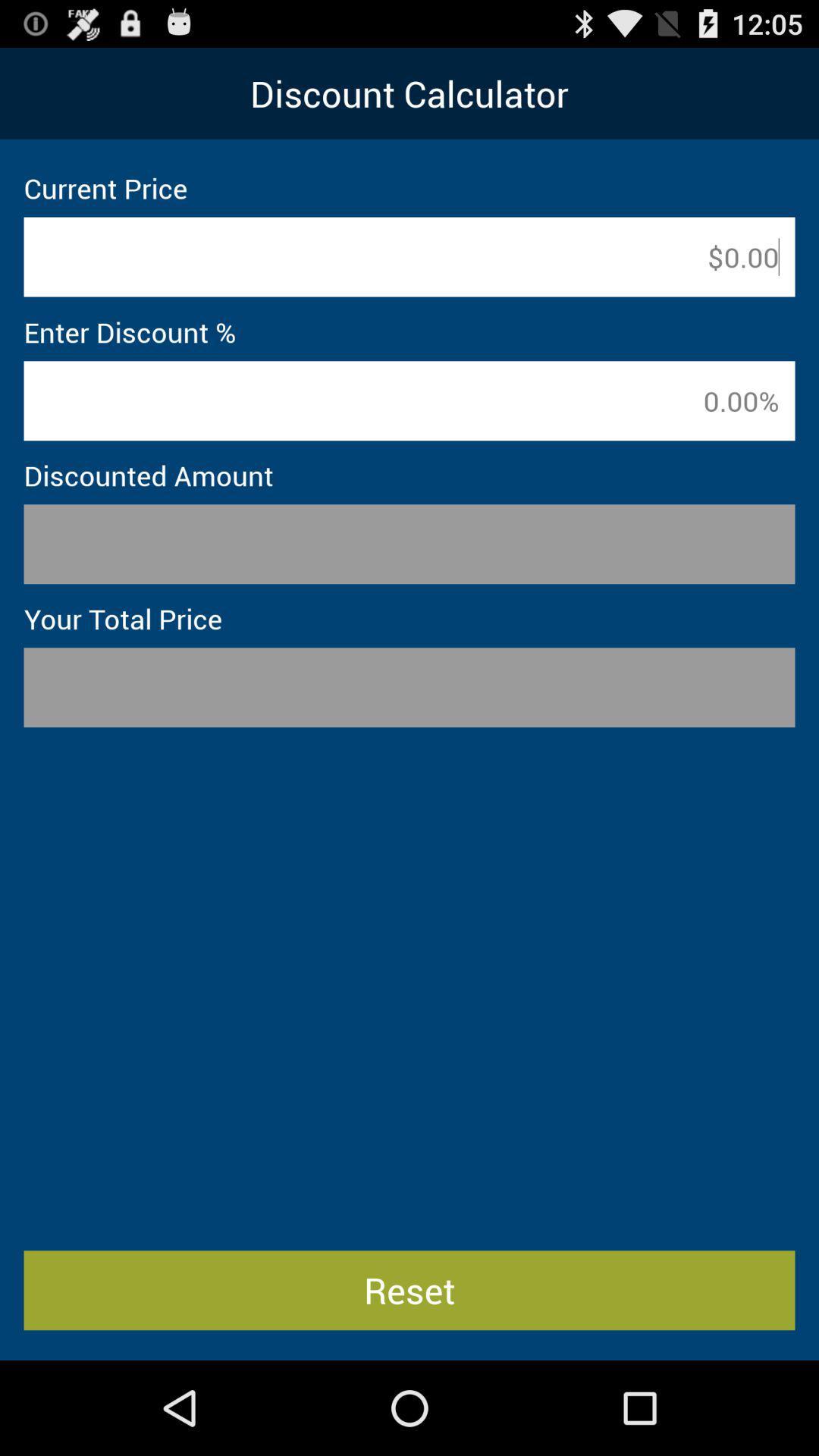  I want to click on reset item, so click(409, 1289).